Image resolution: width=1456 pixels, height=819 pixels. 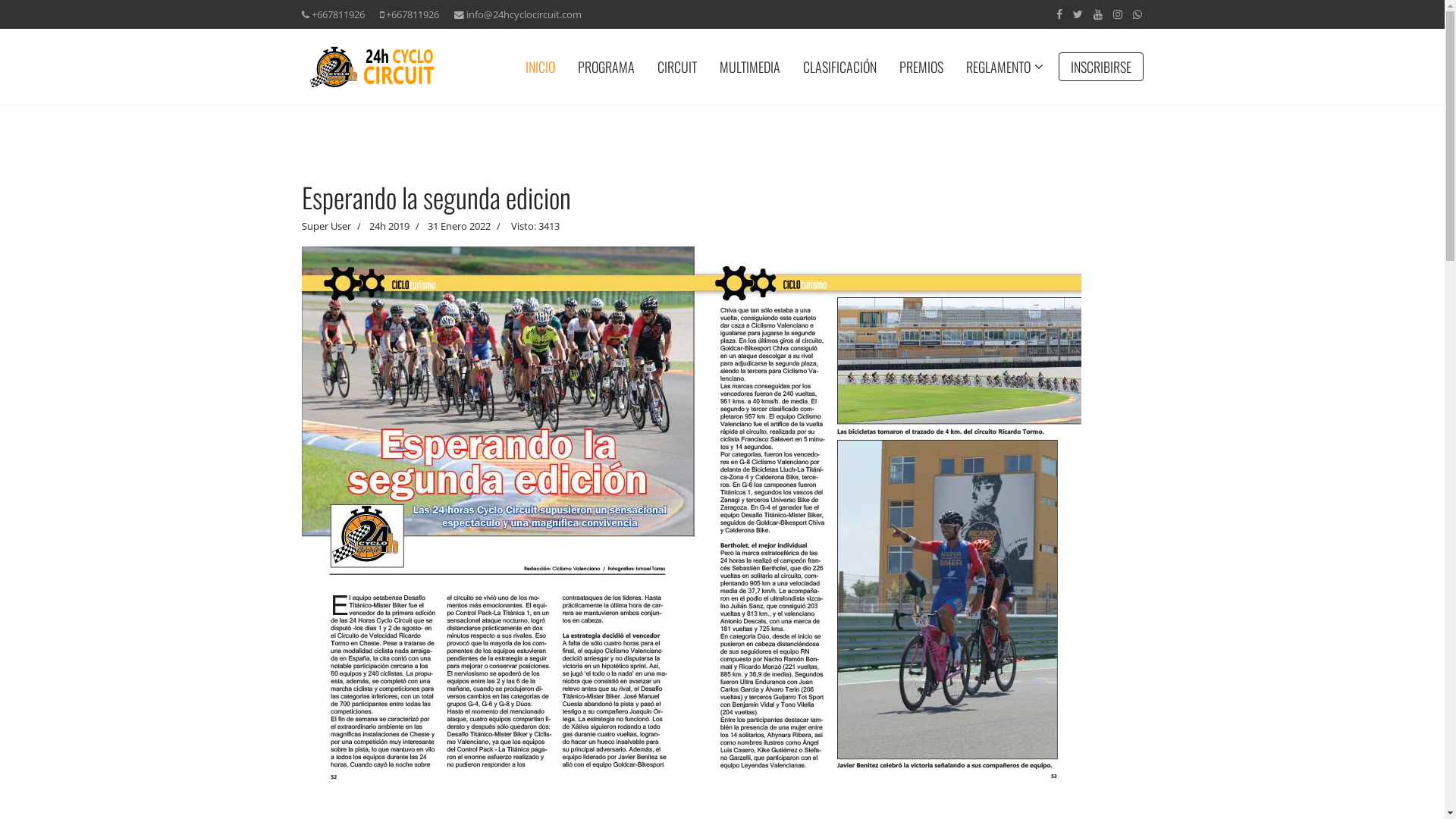 What do you see at coordinates (604, 66) in the screenshot?
I see `'PROGRAMA'` at bounding box center [604, 66].